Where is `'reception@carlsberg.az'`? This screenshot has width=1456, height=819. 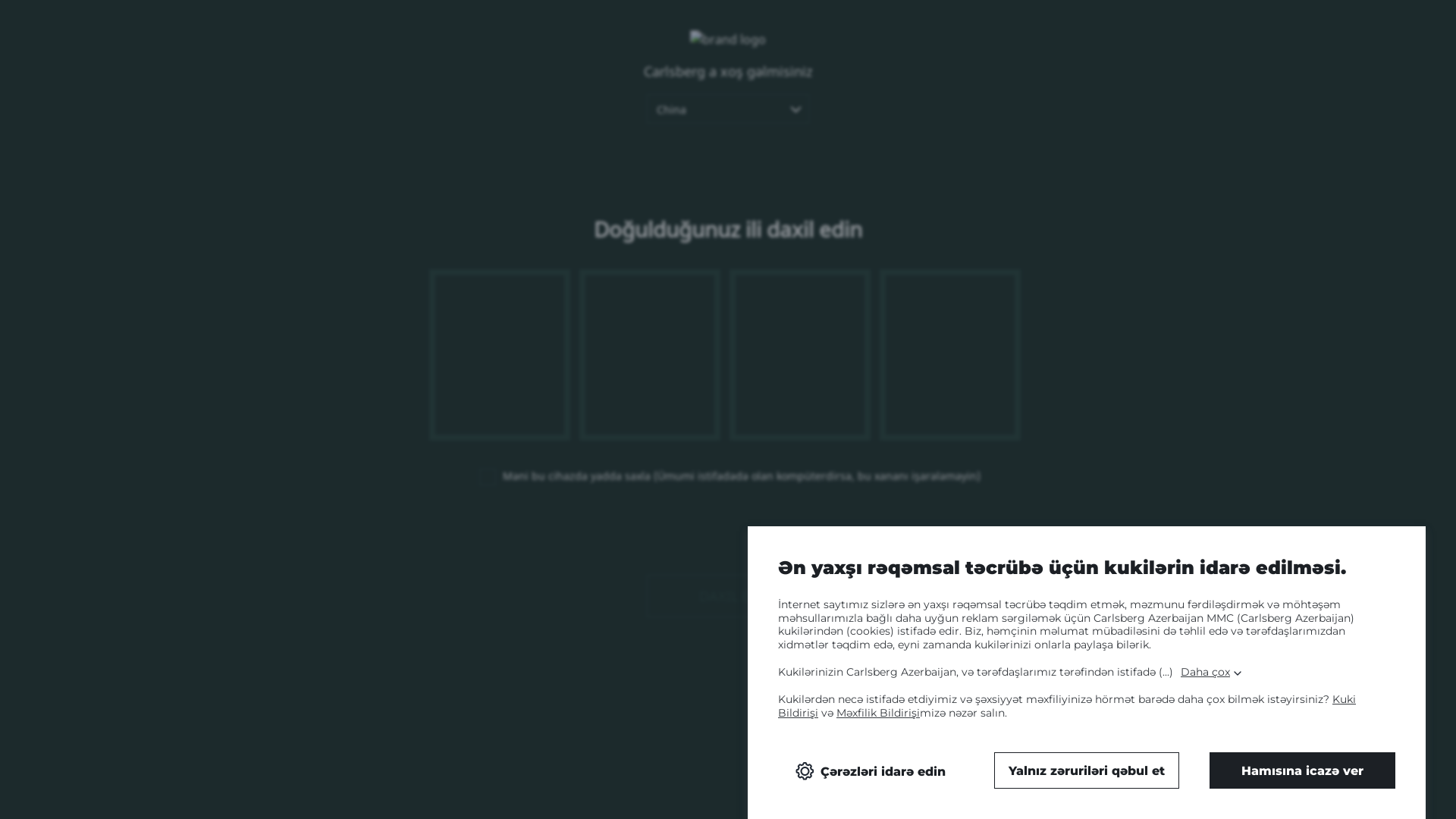 'reception@carlsberg.az' is located at coordinates (673, 704).